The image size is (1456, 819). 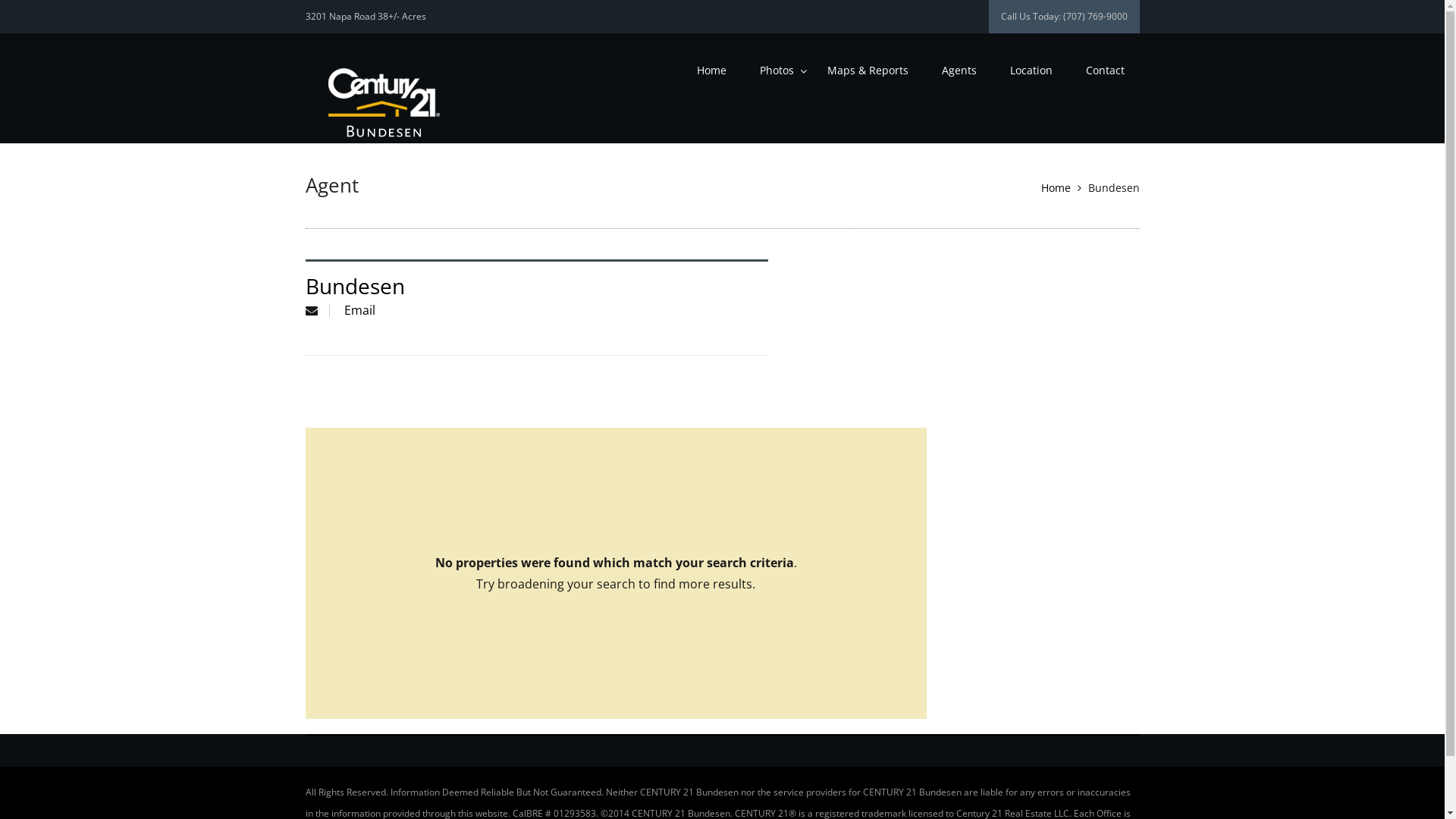 What do you see at coordinates (867, 70) in the screenshot?
I see `'Maps & Reports'` at bounding box center [867, 70].